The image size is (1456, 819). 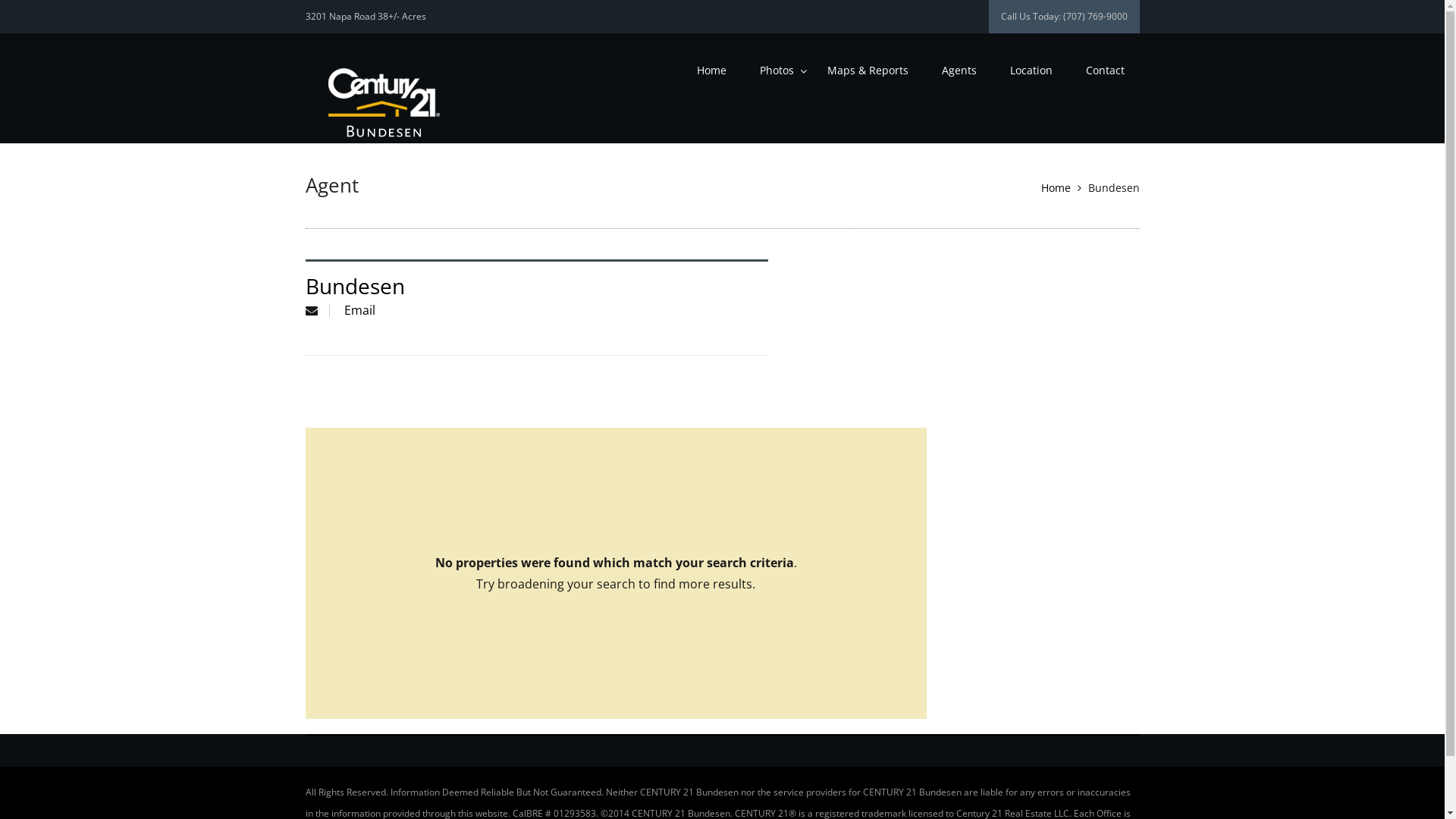 What do you see at coordinates (867, 70) in the screenshot?
I see `'Maps & Reports'` at bounding box center [867, 70].